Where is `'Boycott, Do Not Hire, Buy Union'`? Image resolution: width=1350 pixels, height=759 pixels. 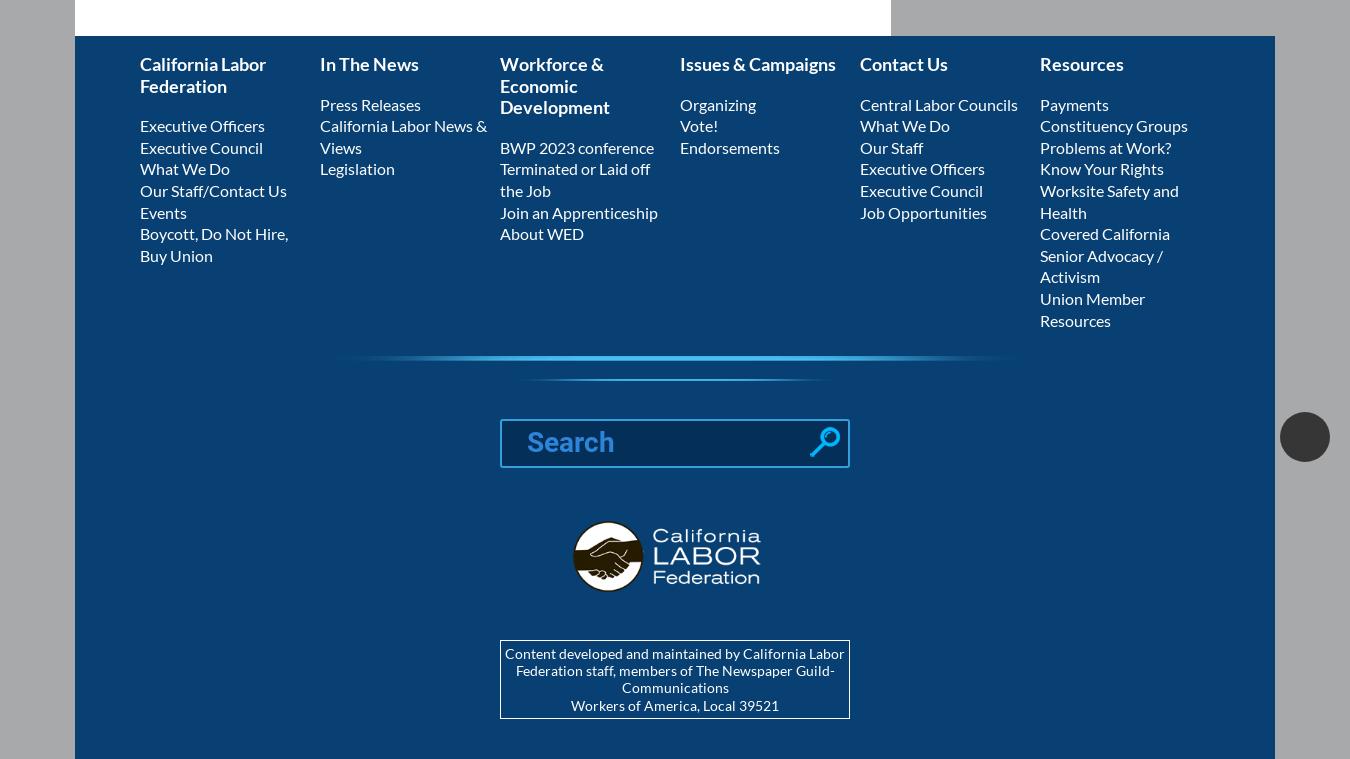 'Boycott, Do Not Hire, Buy Union' is located at coordinates (213, 244).